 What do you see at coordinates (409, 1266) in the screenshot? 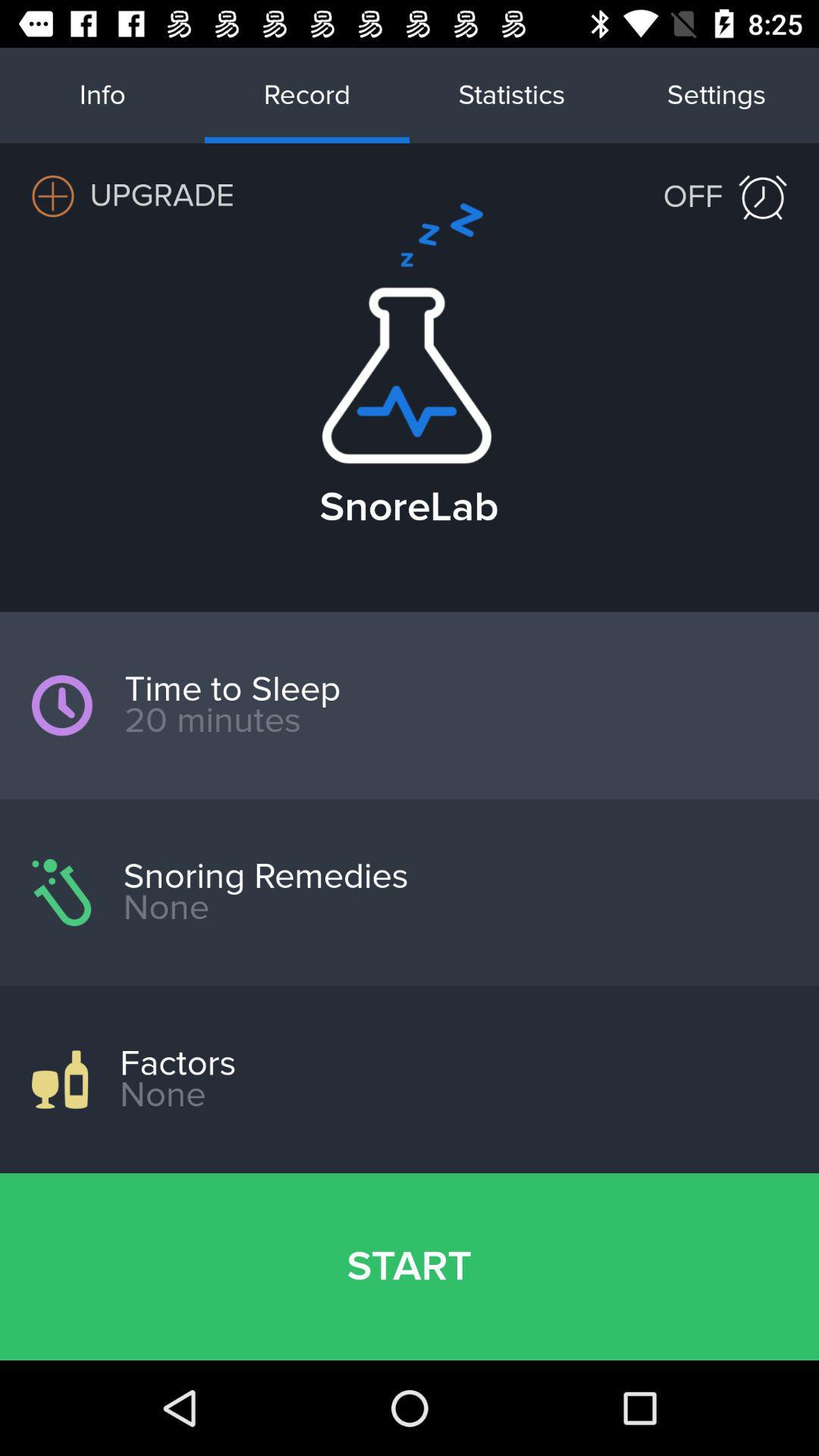
I see `start icon` at bounding box center [409, 1266].